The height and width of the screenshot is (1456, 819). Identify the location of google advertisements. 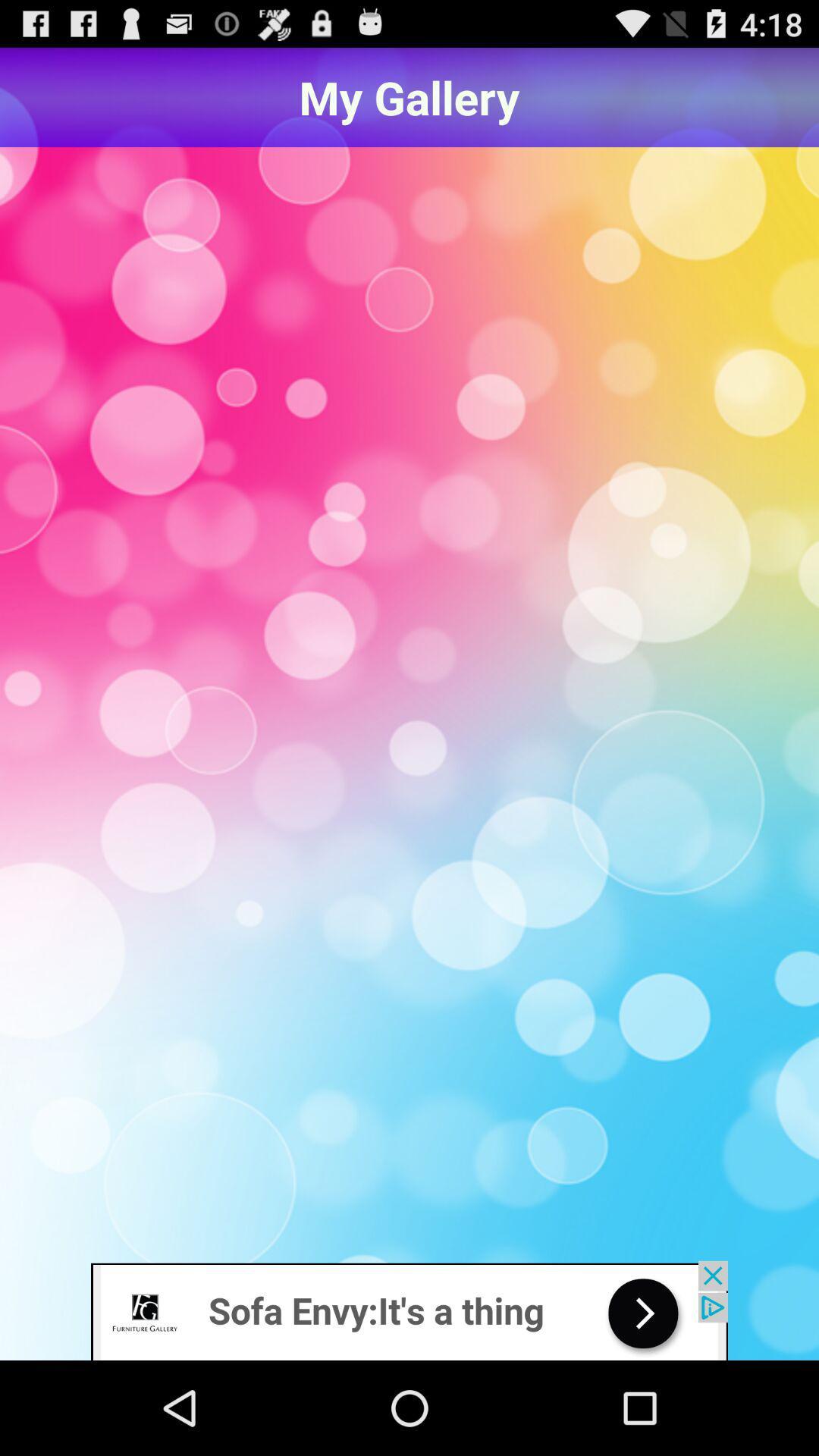
(409, 1310).